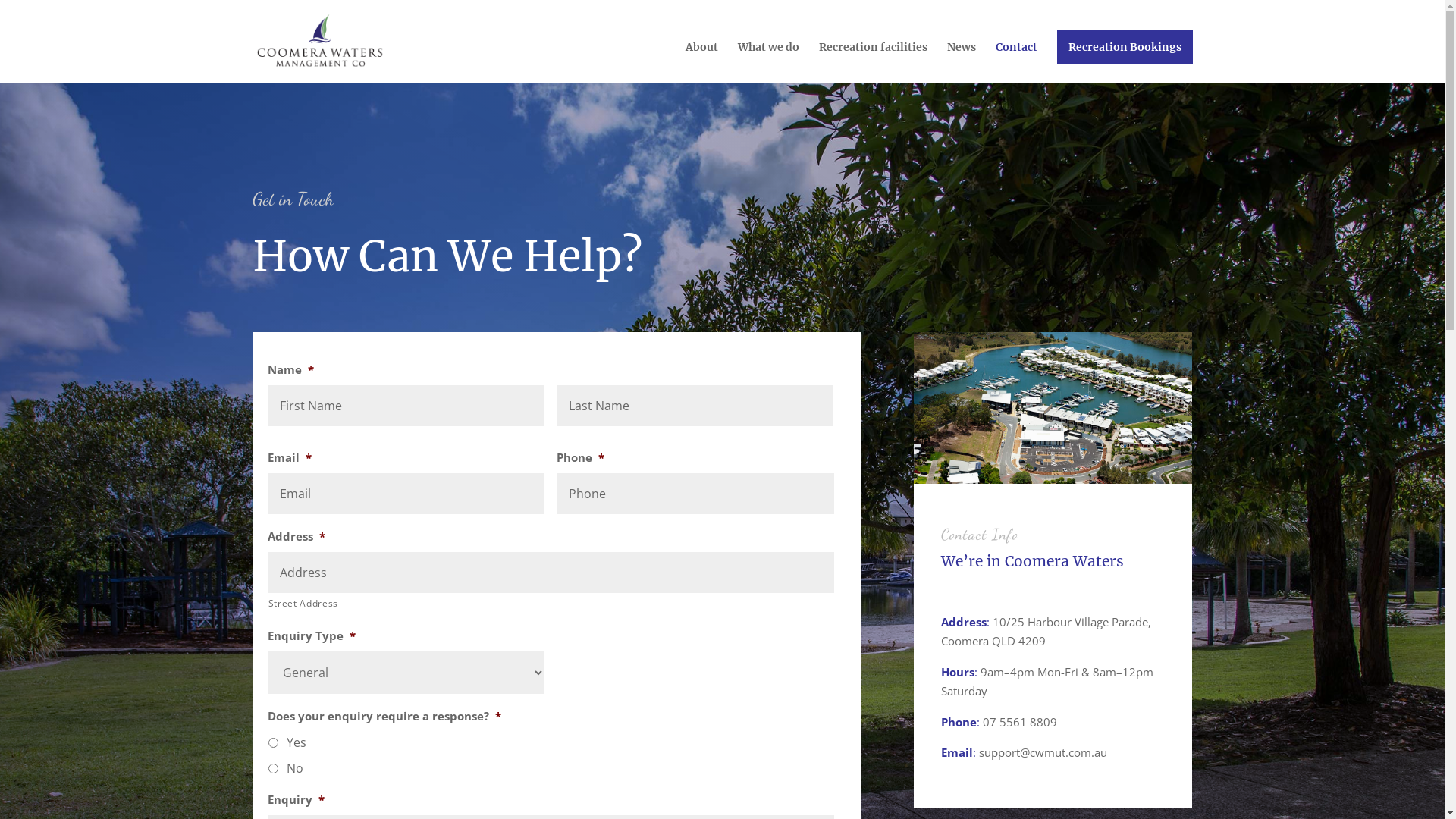 This screenshot has height=819, width=1456. What do you see at coordinates (767, 61) in the screenshot?
I see `'What we do'` at bounding box center [767, 61].